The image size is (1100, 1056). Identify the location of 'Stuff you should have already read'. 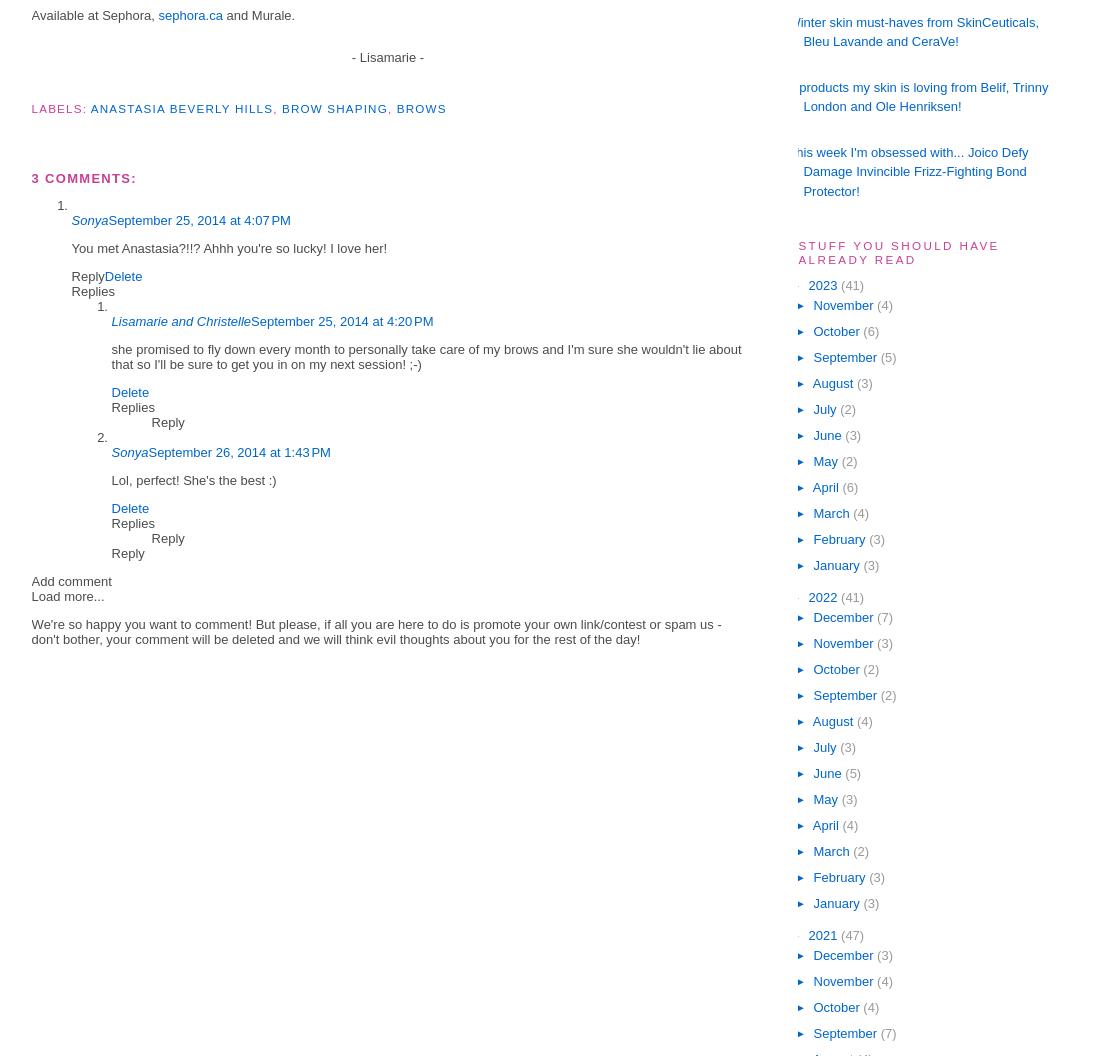
(798, 251).